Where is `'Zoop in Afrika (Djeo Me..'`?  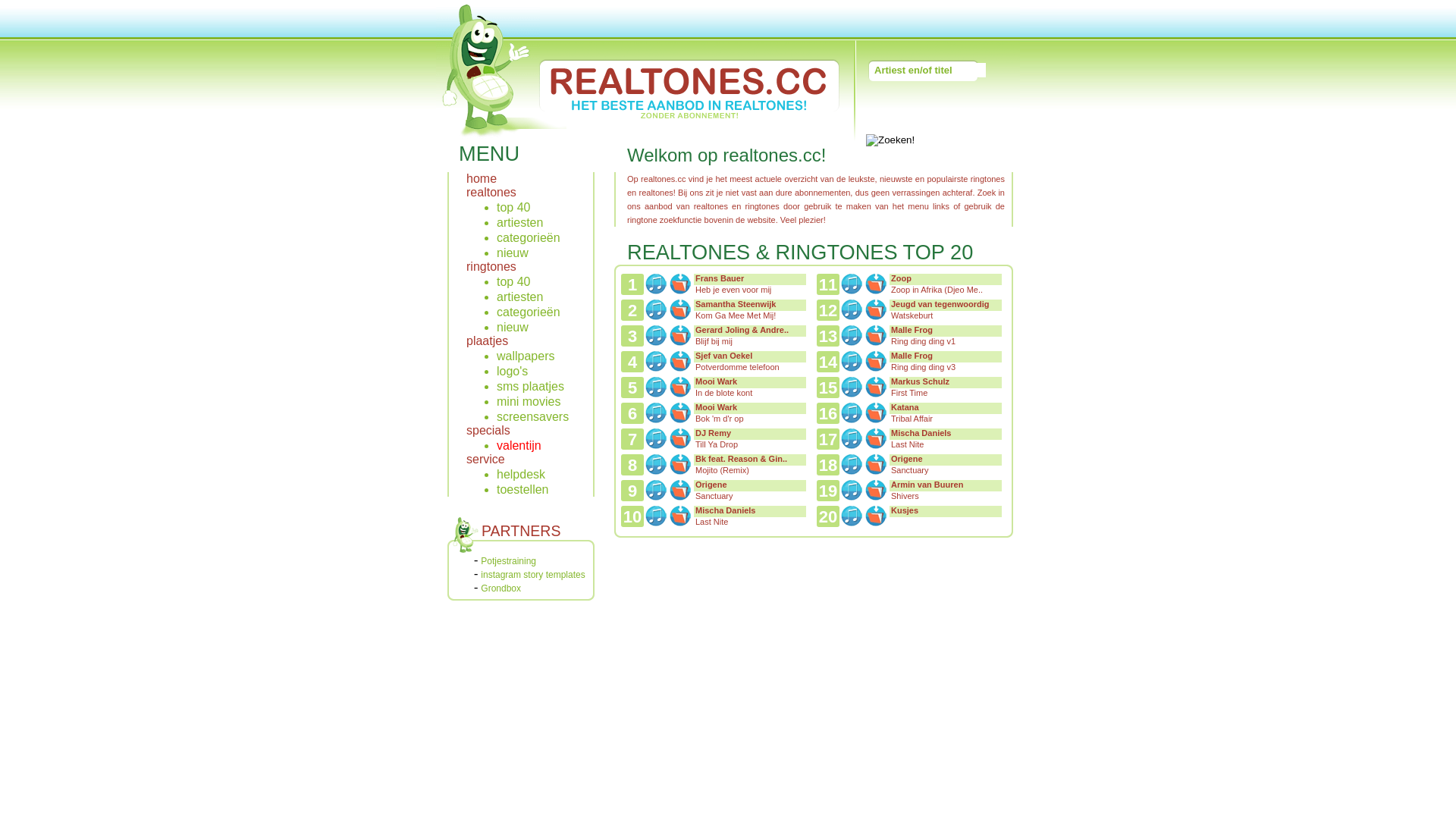 'Zoop in Afrika (Djeo Me..' is located at coordinates (936, 289).